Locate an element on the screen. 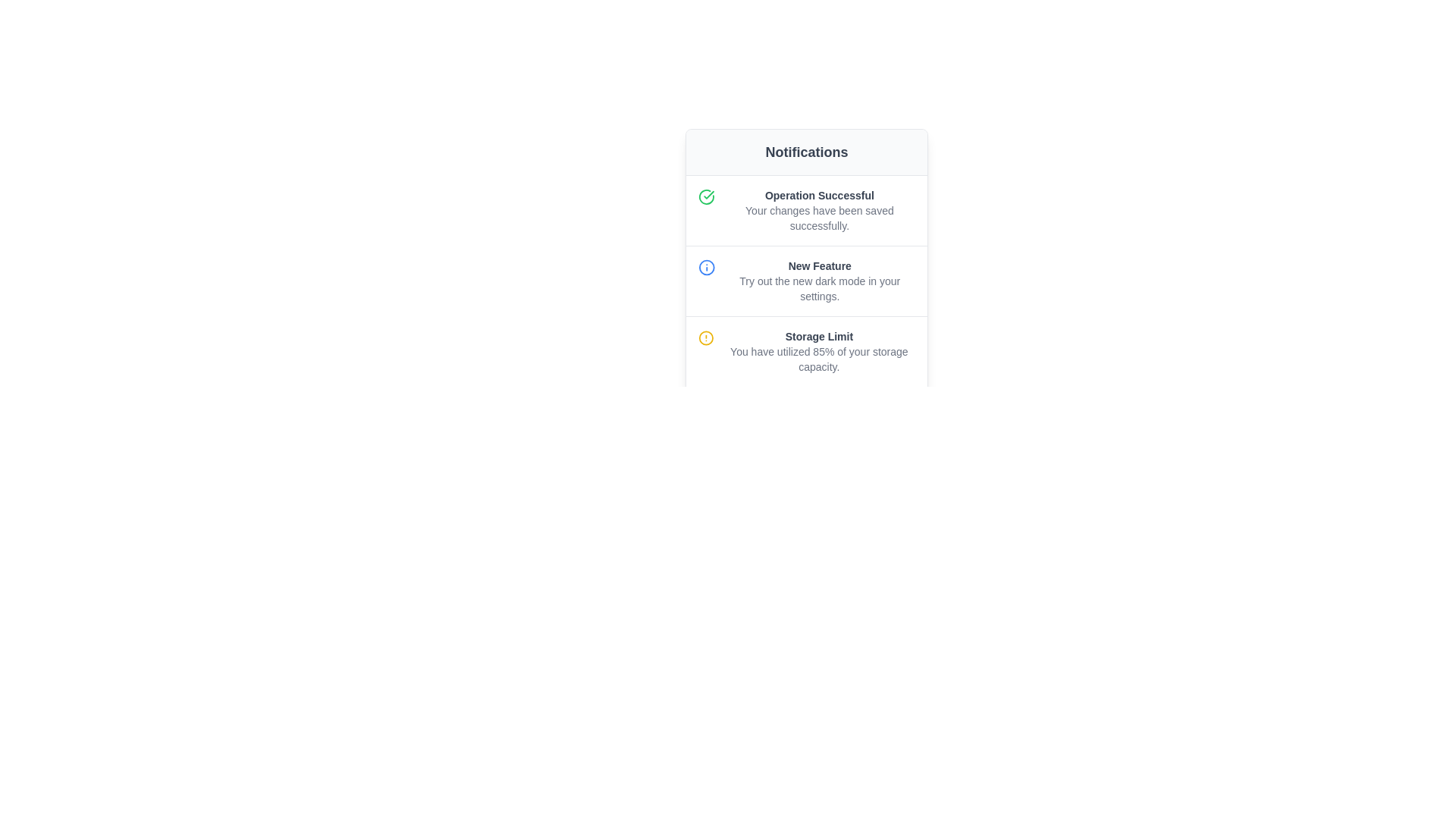  the information indicator icon located to the left of the text within the 'New Feature' notification card for potential interaction is located at coordinates (705, 267).